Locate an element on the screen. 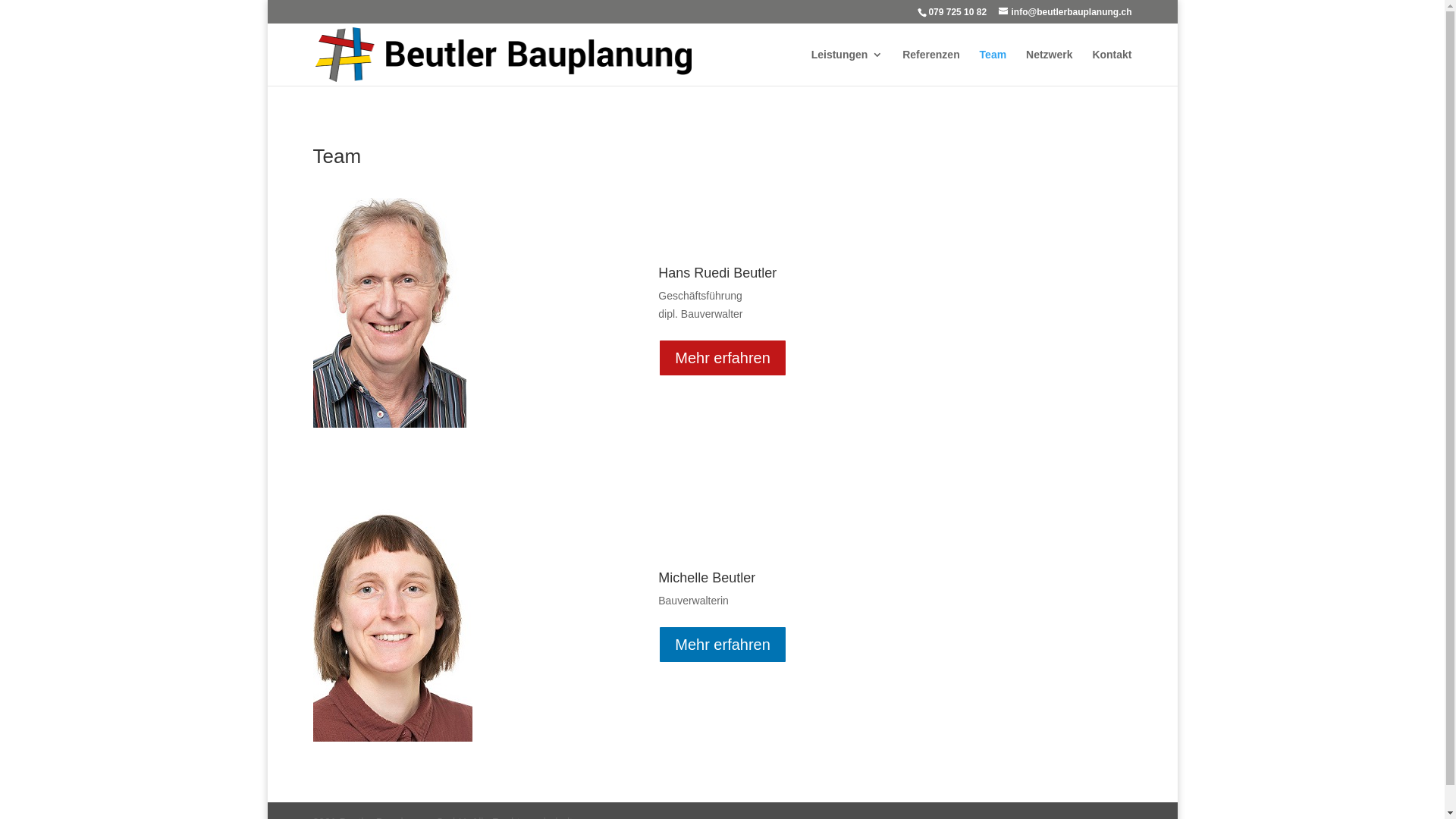  'Beutler_Michelle' is located at coordinates (312, 622).